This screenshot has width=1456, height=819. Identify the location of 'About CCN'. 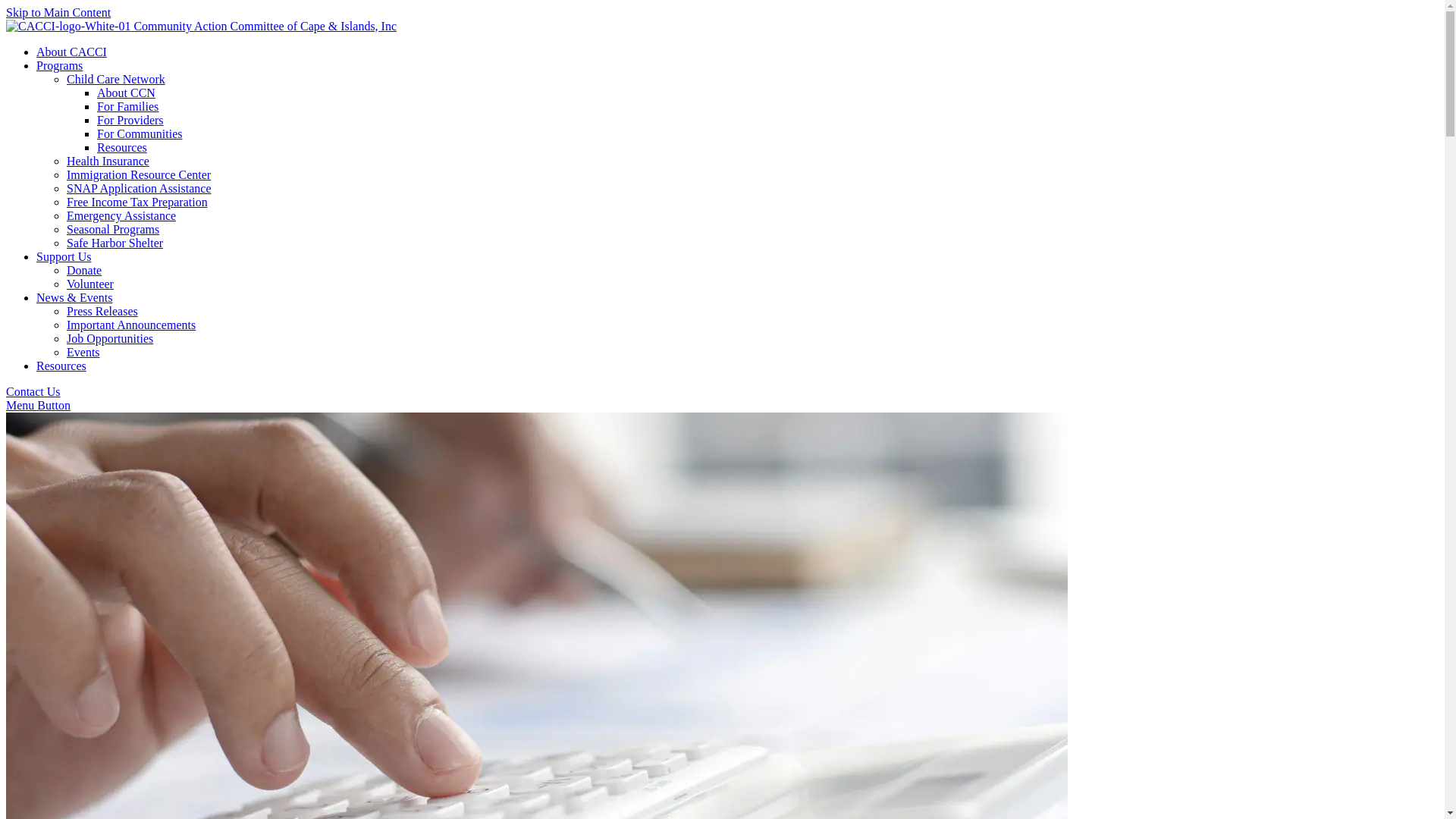
(126, 93).